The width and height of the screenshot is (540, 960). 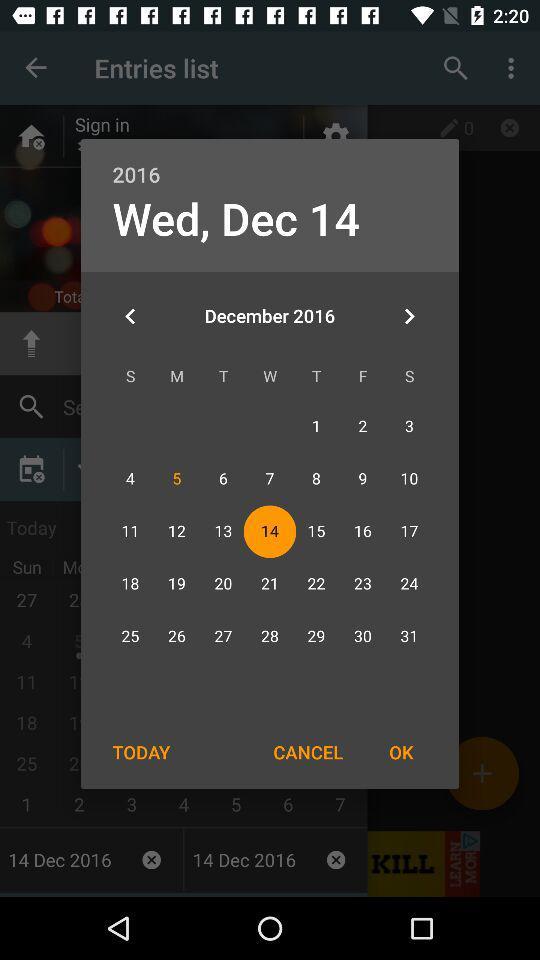 What do you see at coordinates (140, 751) in the screenshot?
I see `icon to the left of the cancel item` at bounding box center [140, 751].